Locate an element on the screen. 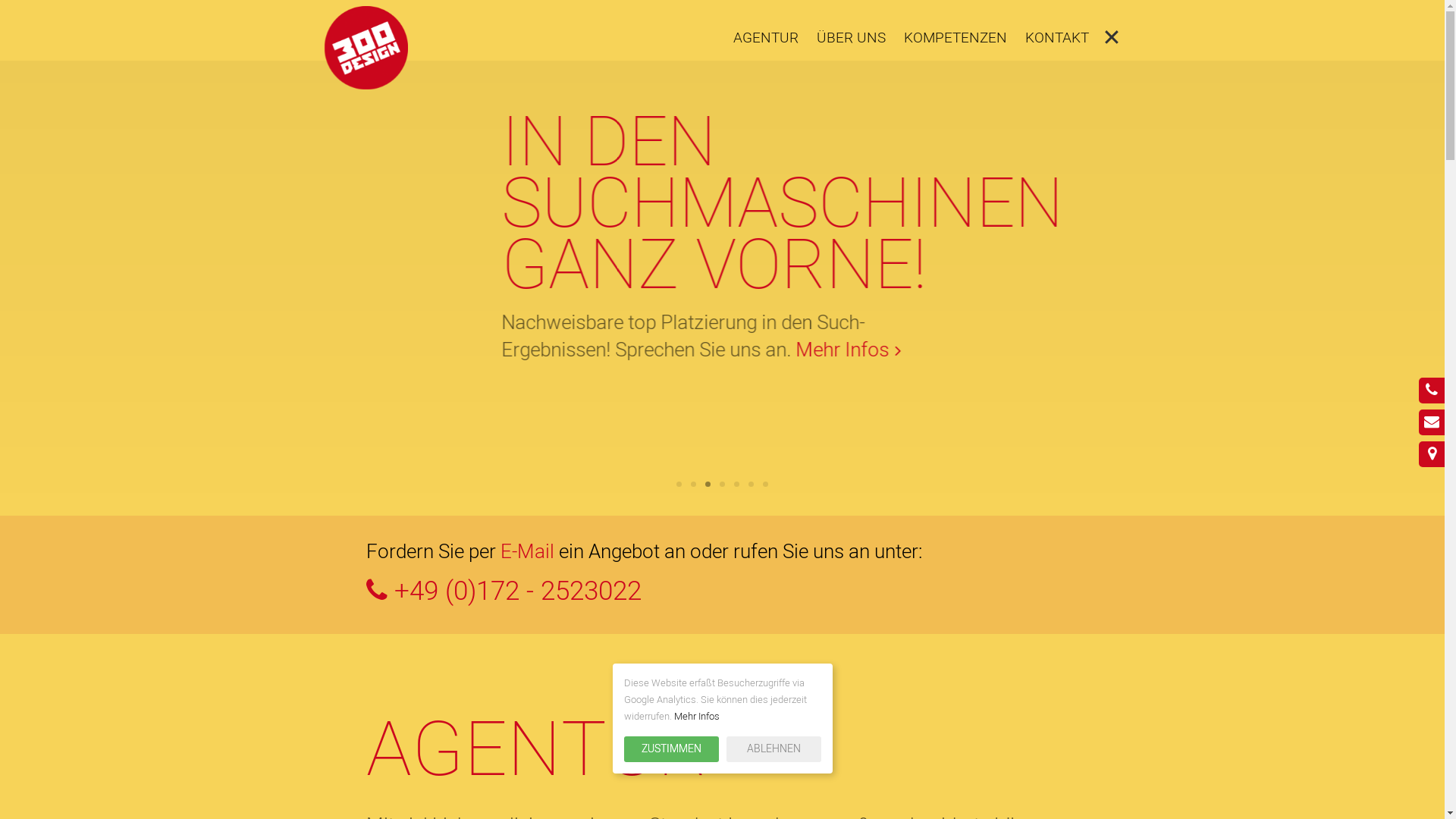 The height and width of the screenshot is (819, 1456). 'AGENTUR' is located at coordinates (764, 37).